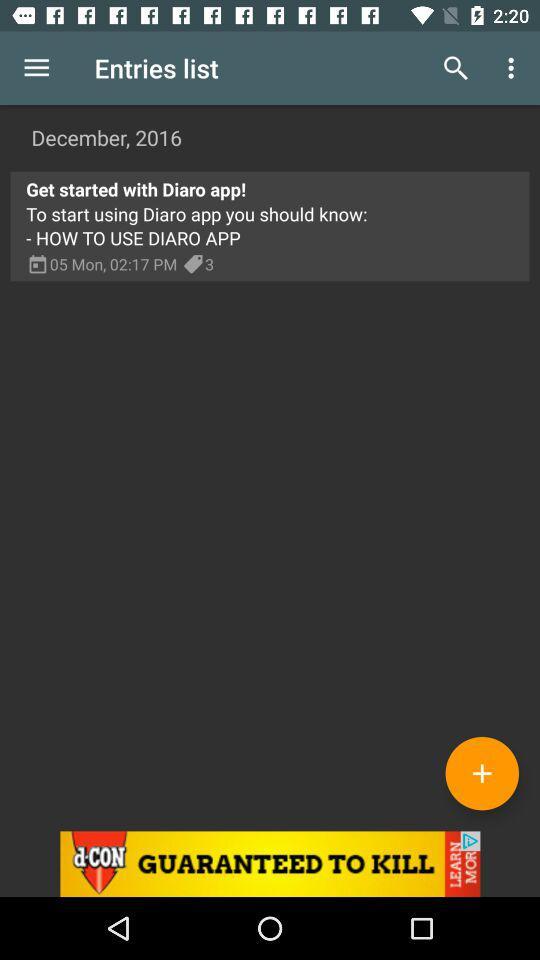  Describe the element at coordinates (270, 863) in the screenshot. I see `advertisement` at that location.